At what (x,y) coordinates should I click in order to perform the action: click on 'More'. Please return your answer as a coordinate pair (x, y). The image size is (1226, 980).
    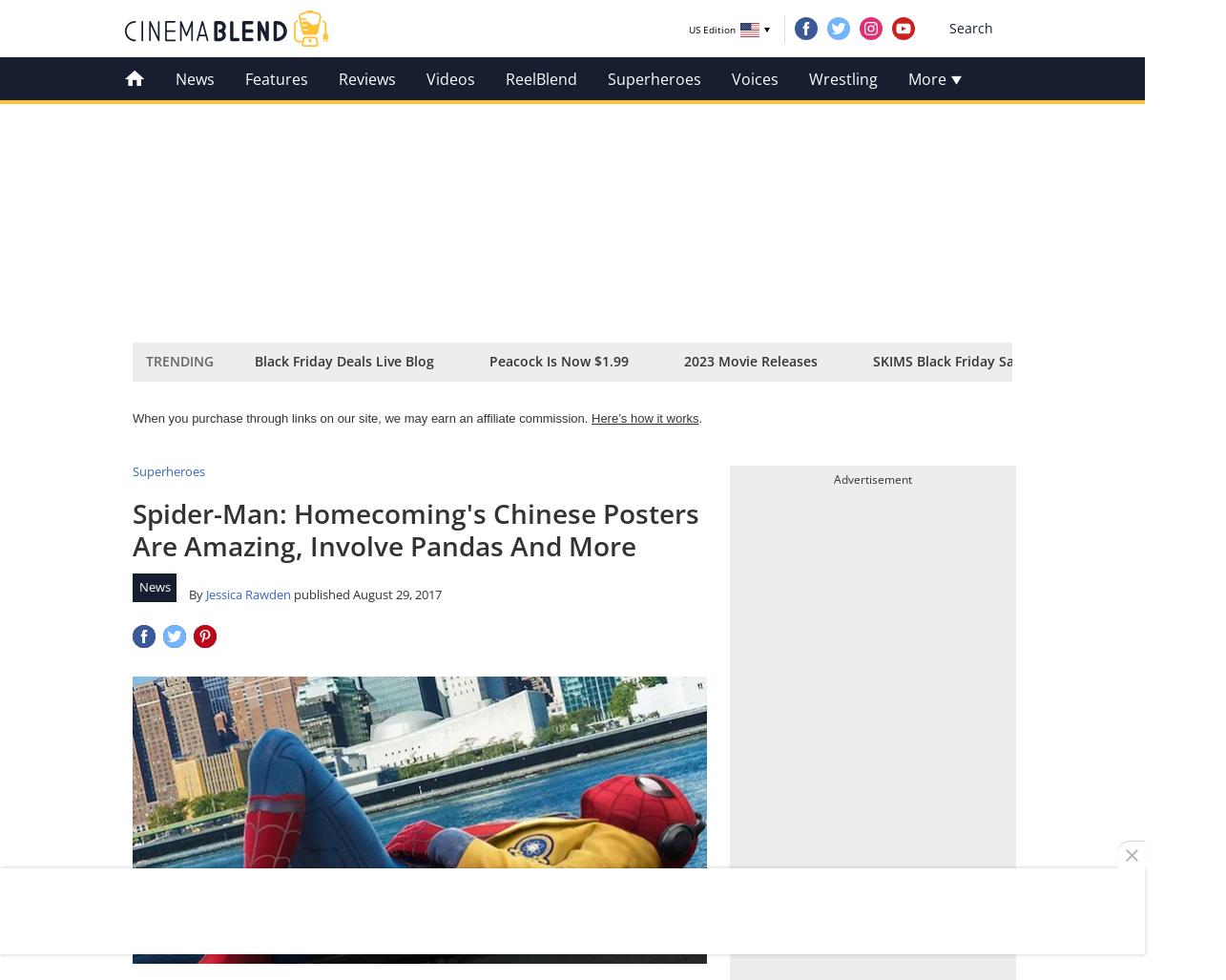
    Looking at the image, I should click on (929, 77).